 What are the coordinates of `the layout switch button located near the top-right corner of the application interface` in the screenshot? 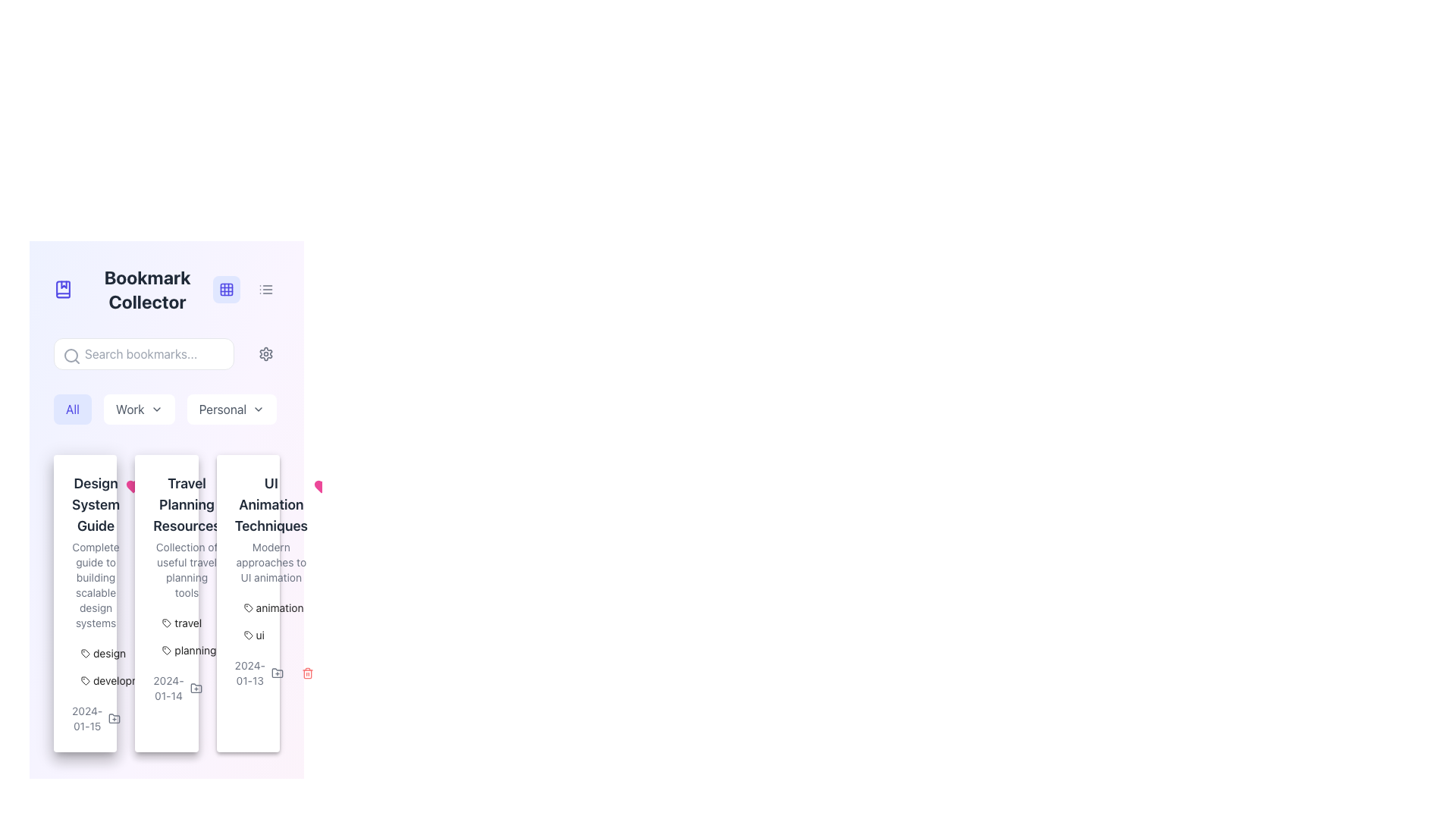 It's located at (265, 289).